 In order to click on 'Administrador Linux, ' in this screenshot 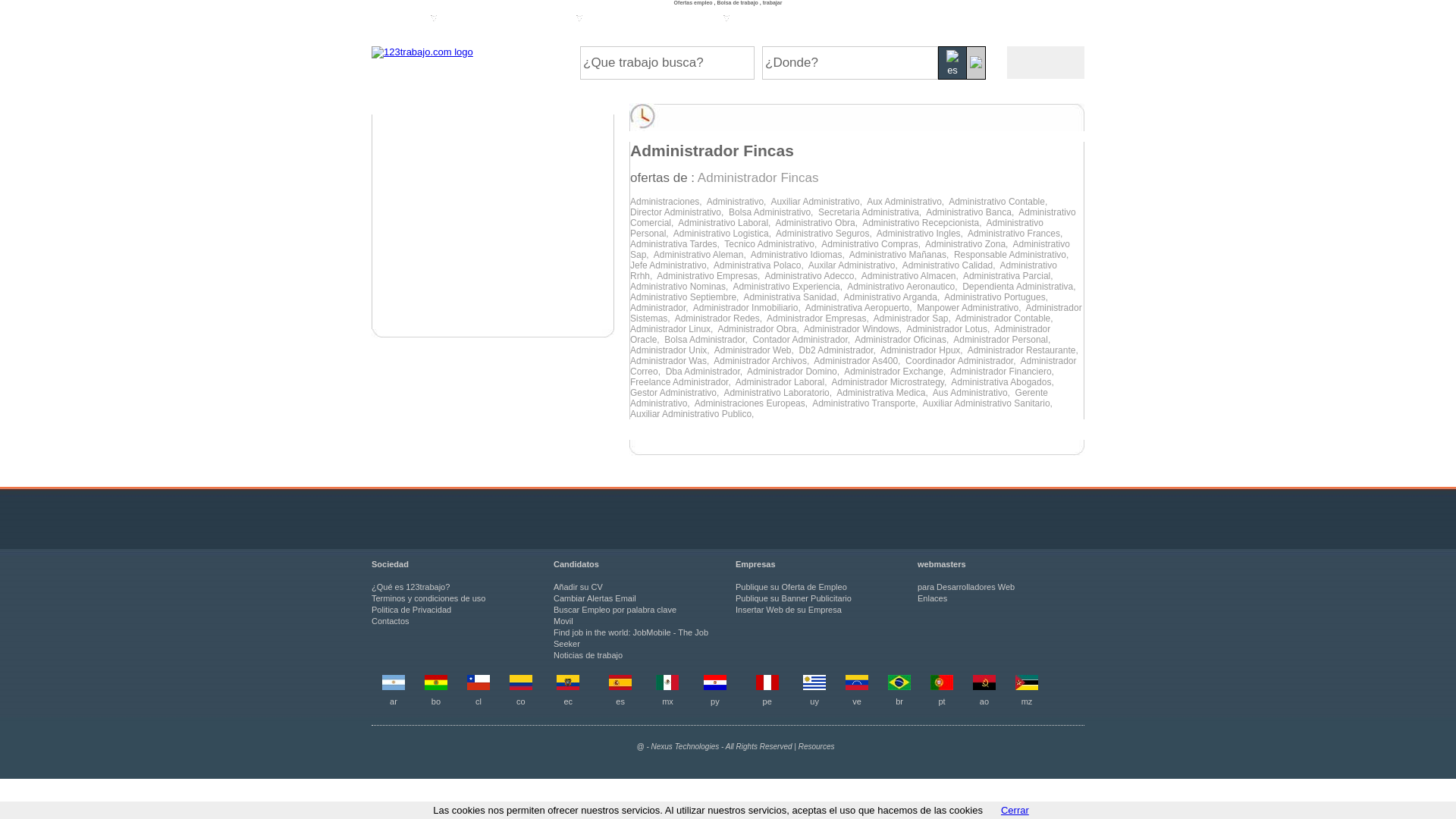, I will do `click(629, 328)`.